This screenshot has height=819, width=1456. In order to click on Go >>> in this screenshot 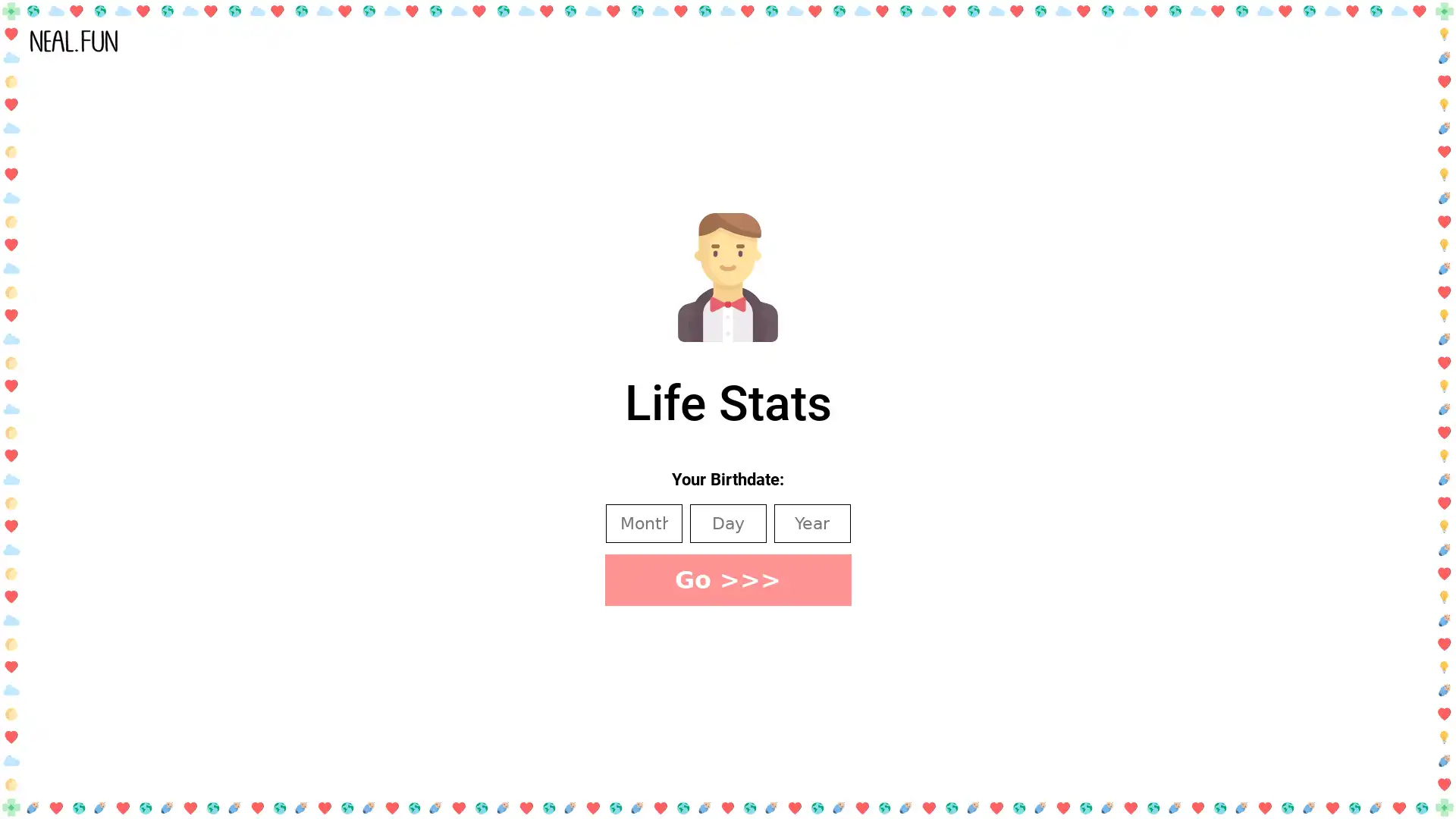, I will do `click(726, 579)`.